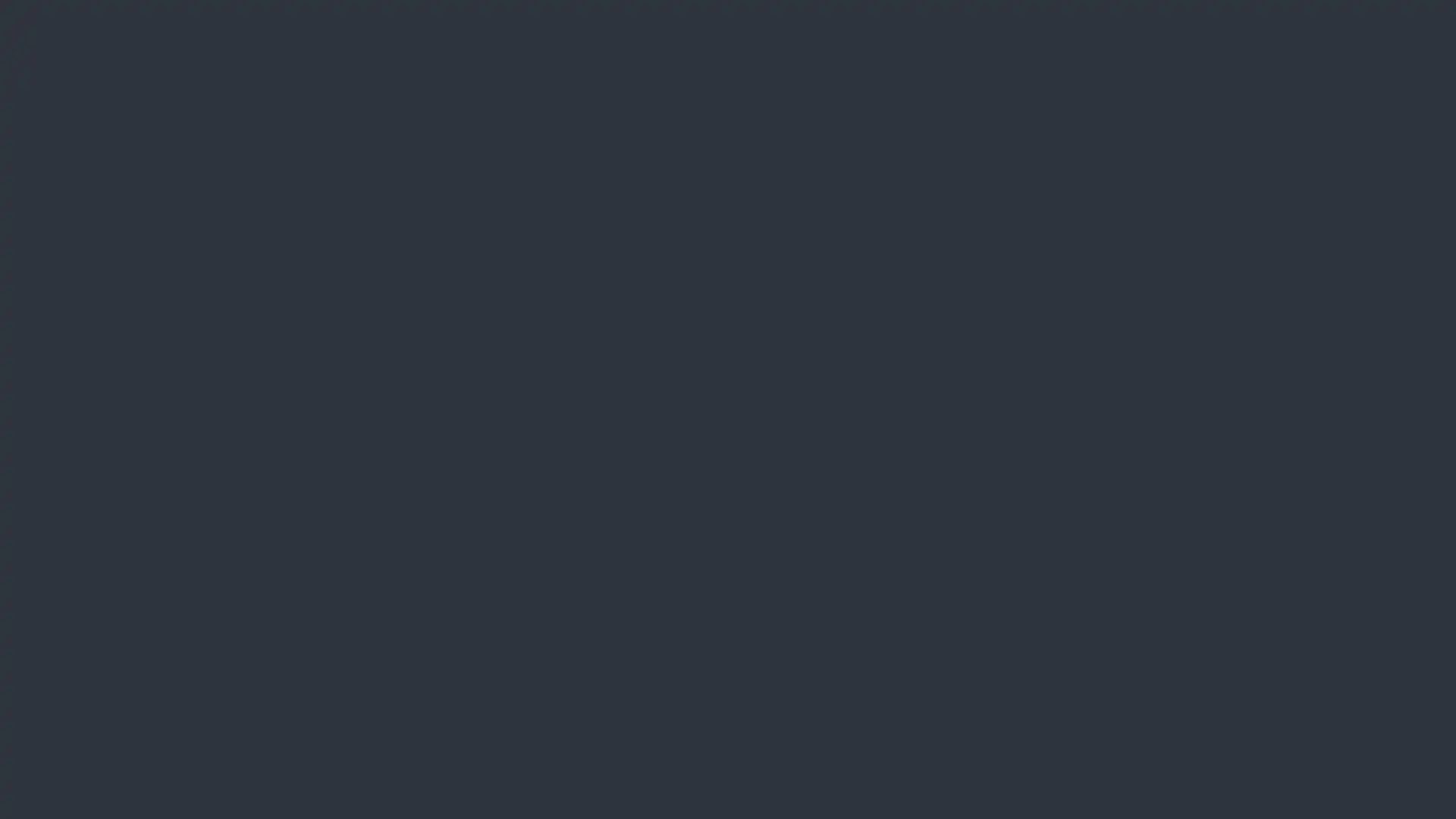  I want to click on Forgot your password?, so click(728, 472).